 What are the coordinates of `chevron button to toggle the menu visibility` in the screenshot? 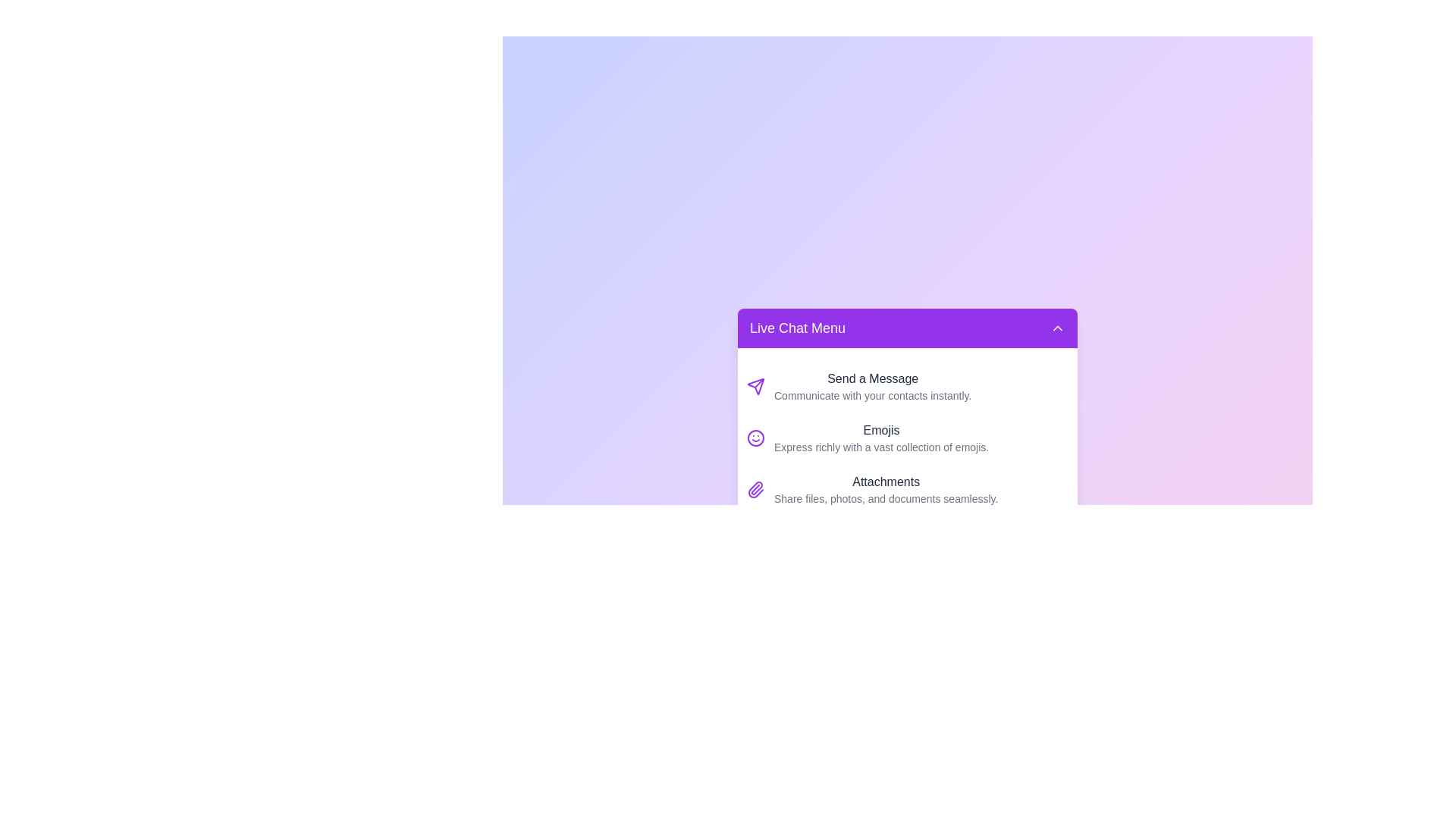 It's located at (1057, 327).